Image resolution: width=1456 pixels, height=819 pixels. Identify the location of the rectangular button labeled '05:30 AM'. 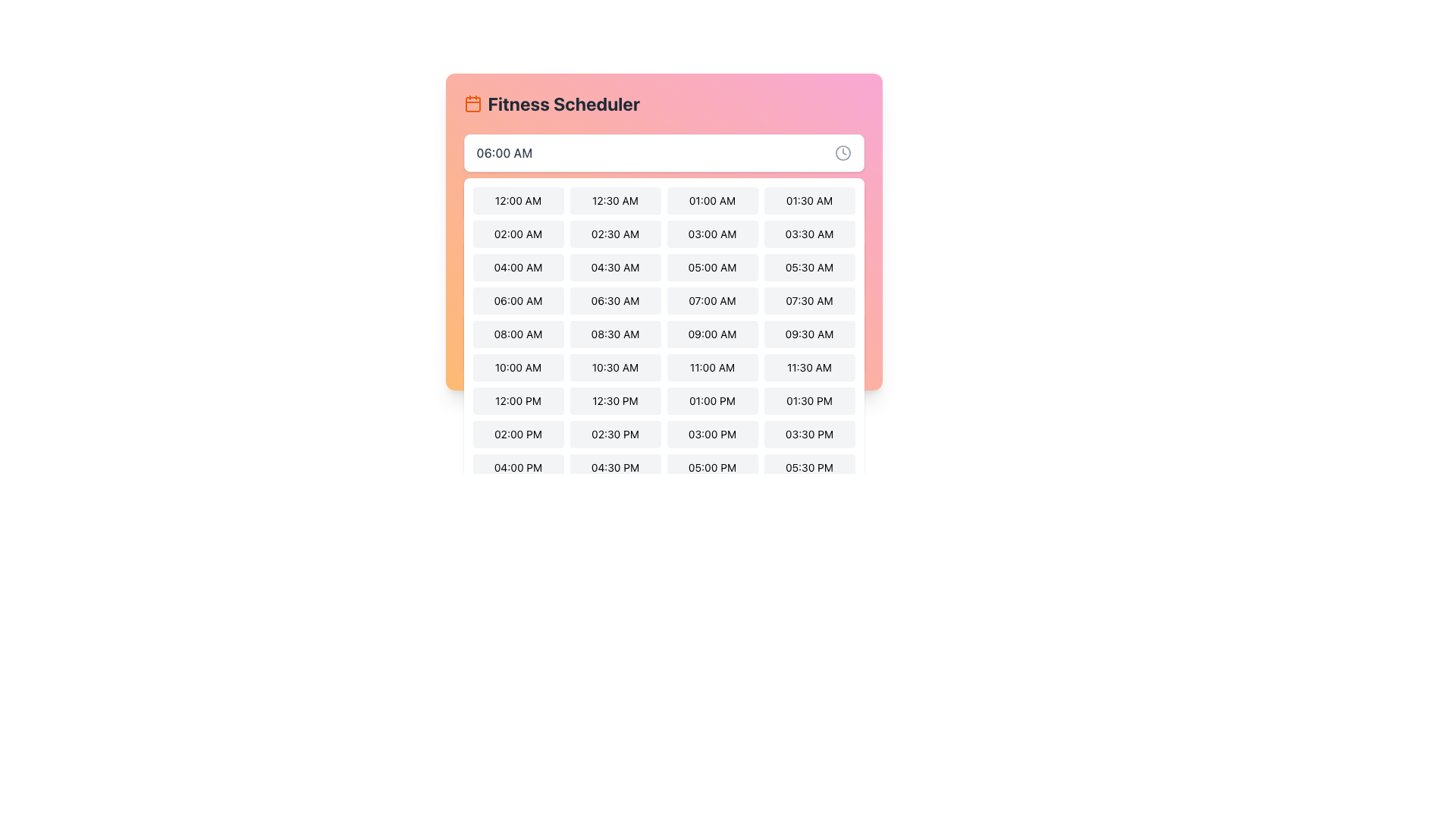
(808, 267).